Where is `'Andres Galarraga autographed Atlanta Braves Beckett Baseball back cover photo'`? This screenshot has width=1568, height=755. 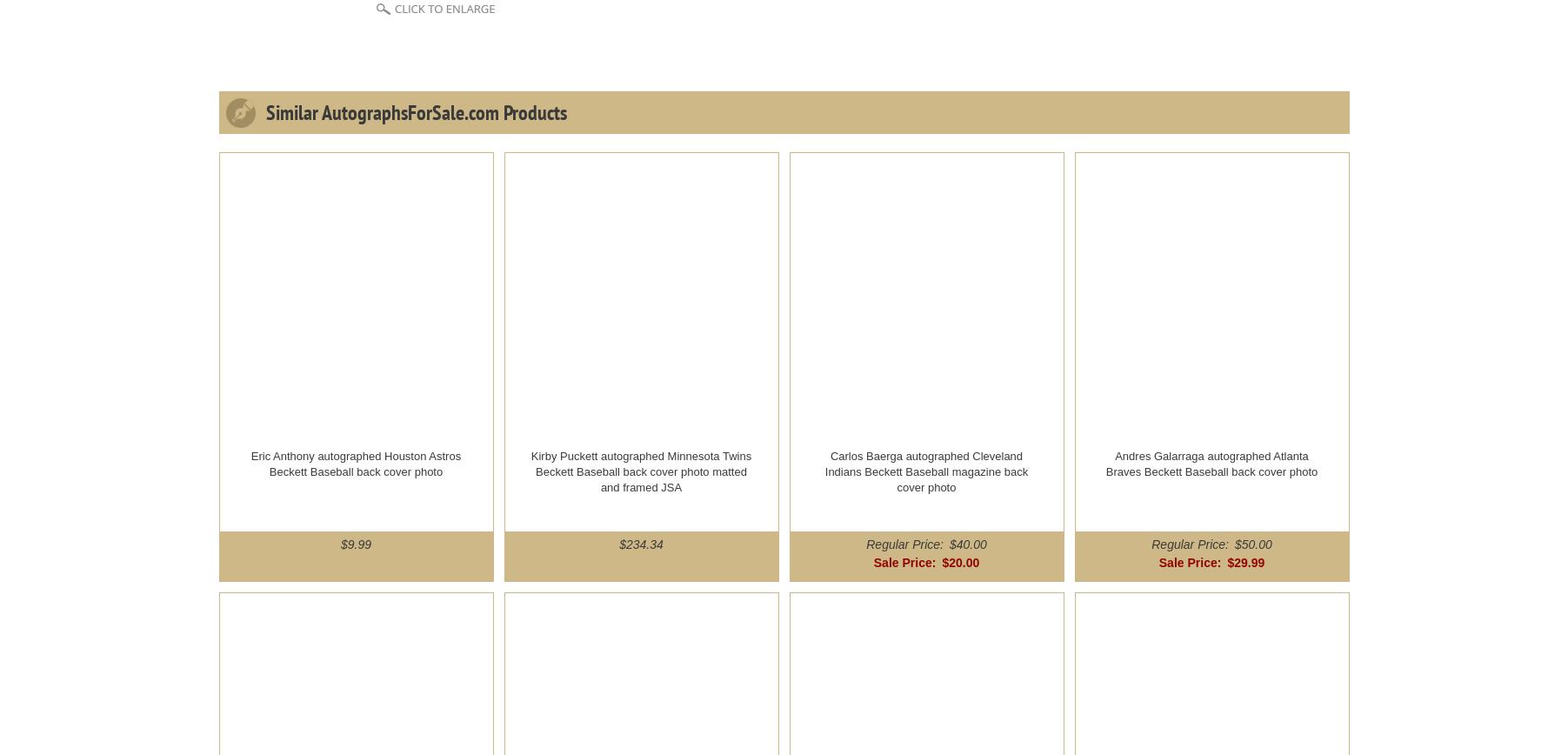
'Andres Galarraga autographed Atlanta Braves Beckett Baseball back cover photo' is located at coordinates (1210, 464).